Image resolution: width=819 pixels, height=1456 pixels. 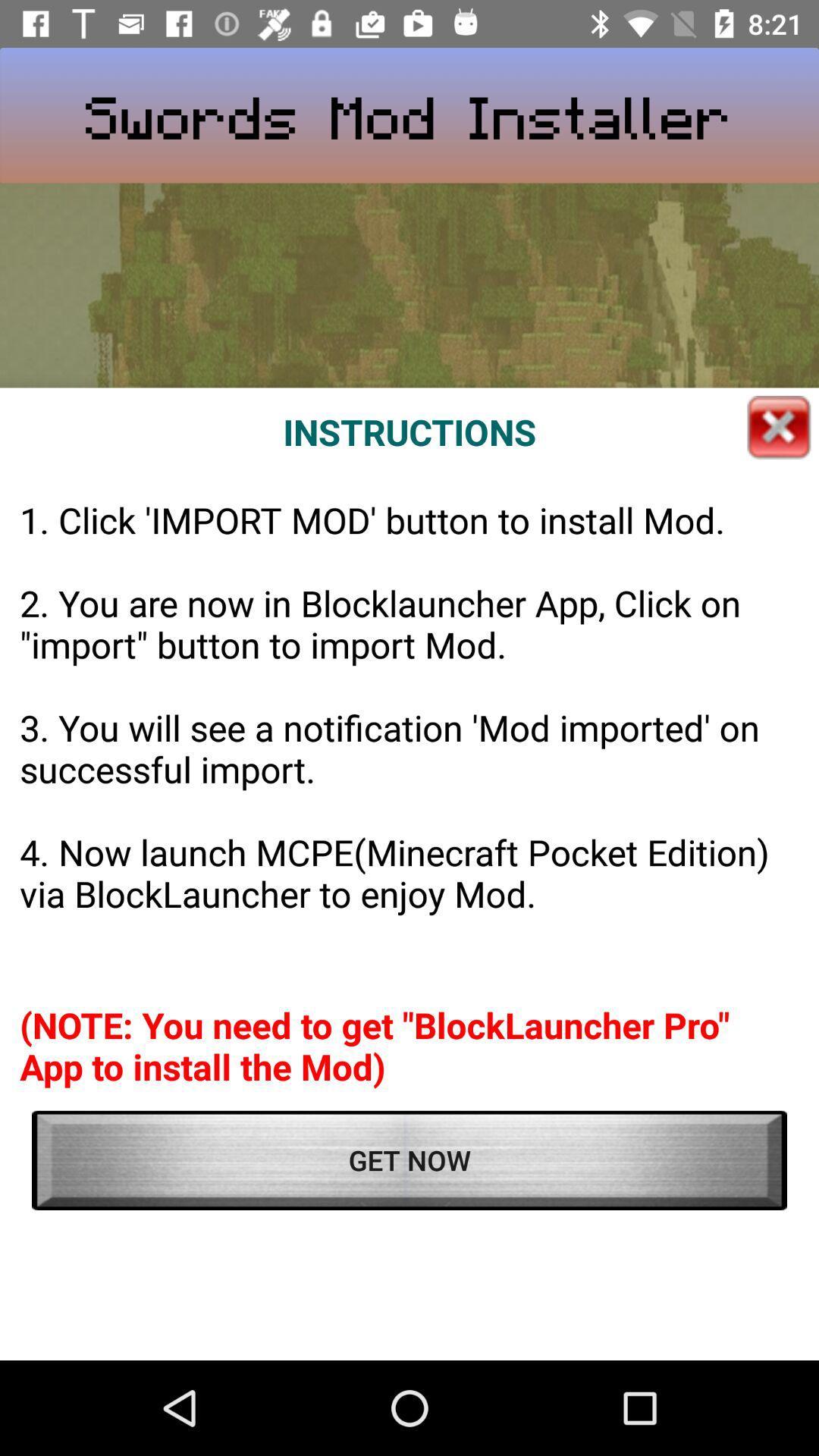 I want to click on the close icon, so click(x=779, y=426).